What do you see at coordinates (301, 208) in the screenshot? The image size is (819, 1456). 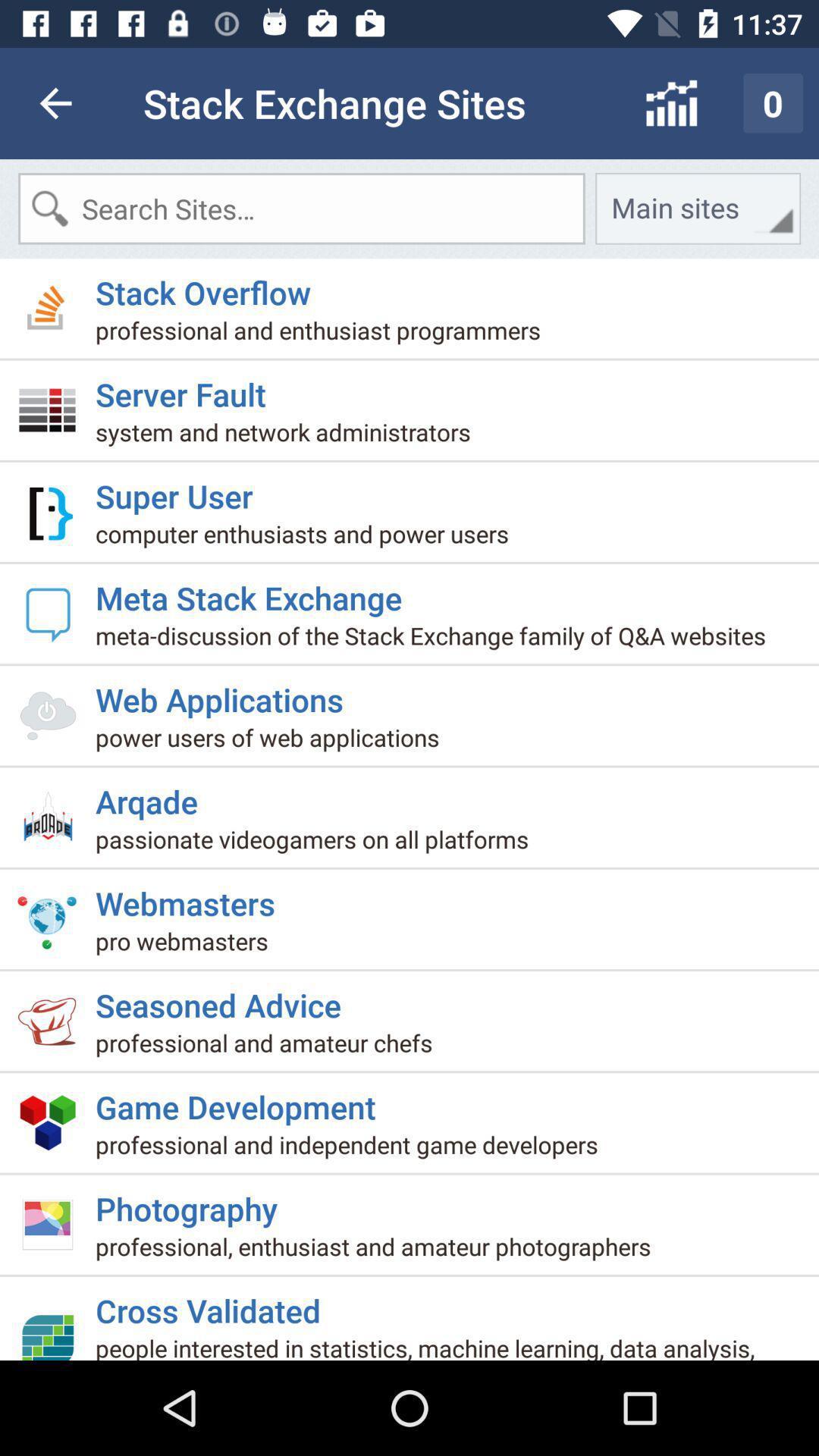 I see `write something to search for it` at bounding box center [301, 208].